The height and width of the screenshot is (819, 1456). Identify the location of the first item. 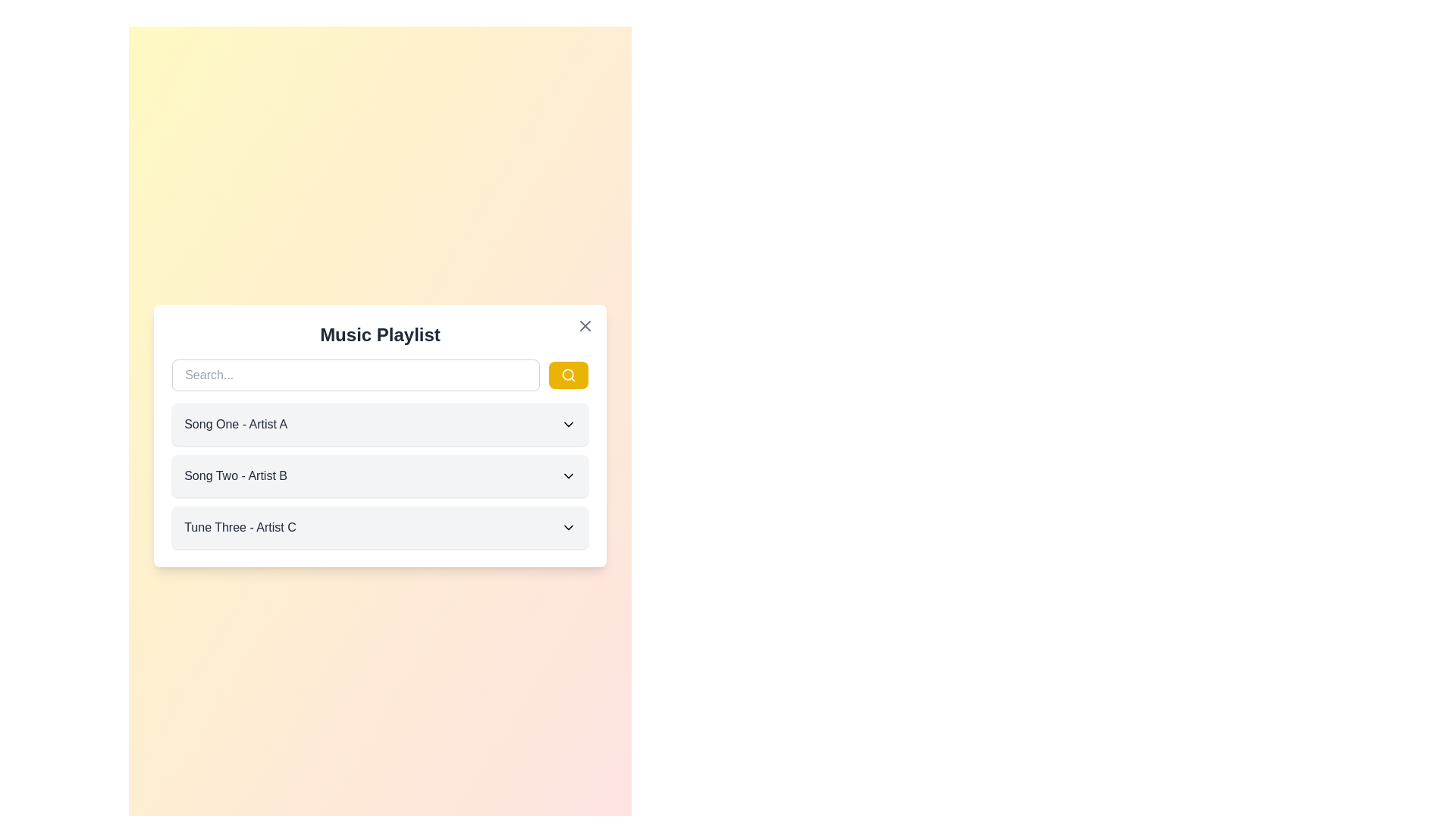
(380, 435).